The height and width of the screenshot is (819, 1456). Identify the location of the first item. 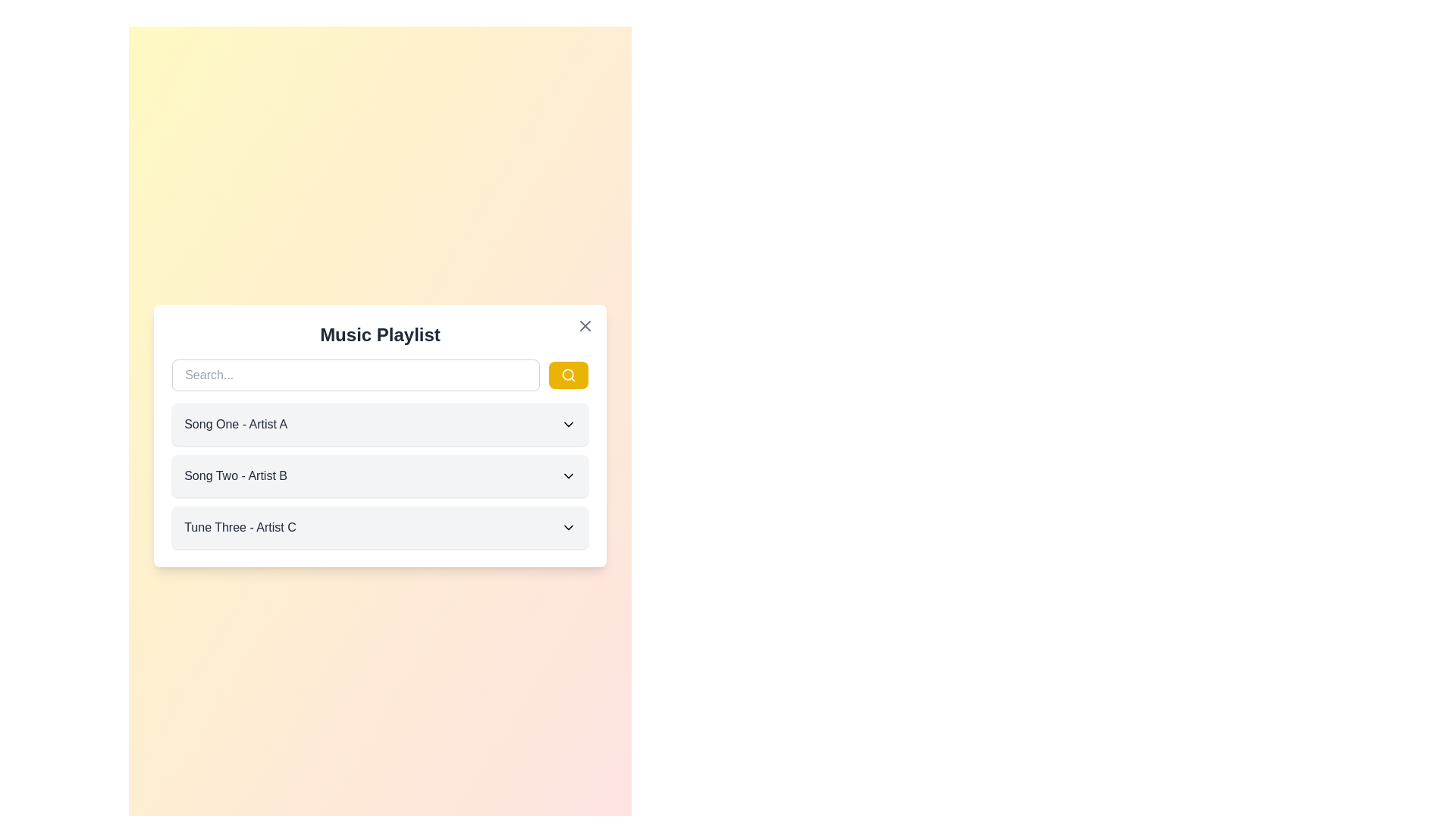
(380, 435).